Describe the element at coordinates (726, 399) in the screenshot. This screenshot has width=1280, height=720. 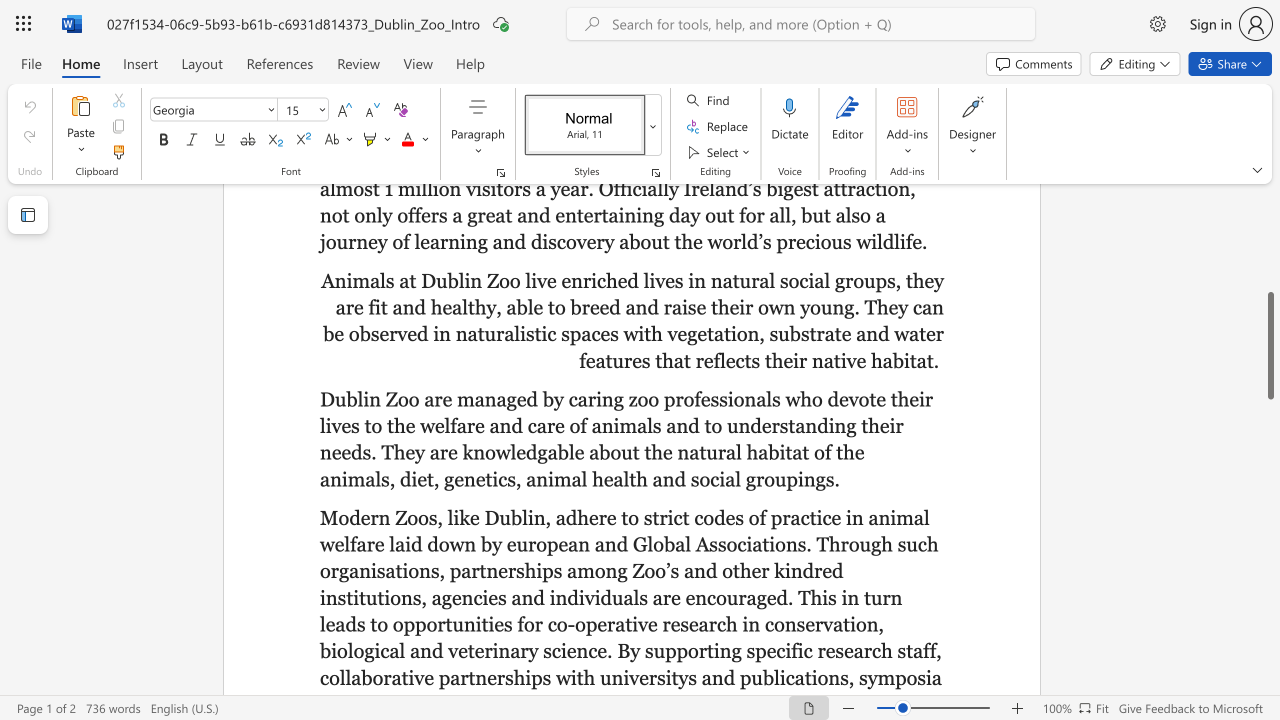
I see `the subset text "ionals who devote their lives to the welfare and care of animals and to understanding their needs. They are" within the text "Dublin Zoo are managed by caring zoo professionals who devote their lives to the welfare and care of animals and to understanding their needs. They are knowledgable about the natural habitat of the animals,"` at that location.